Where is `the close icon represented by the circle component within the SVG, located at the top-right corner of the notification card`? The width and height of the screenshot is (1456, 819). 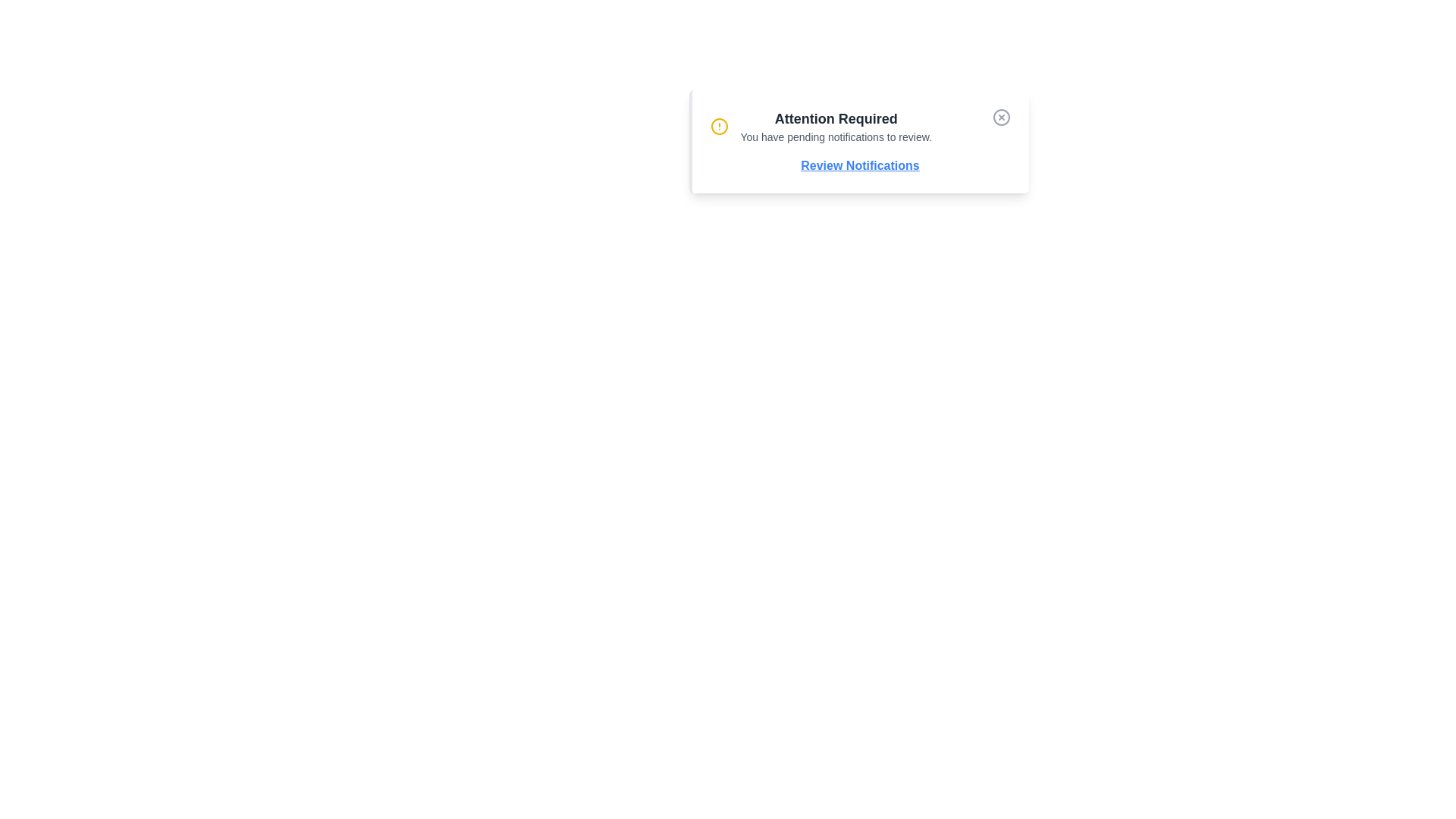 the close icon represented by the circle component within the SVG, located at the top-right corner of the notification card is located at coordinates (1001, 116).